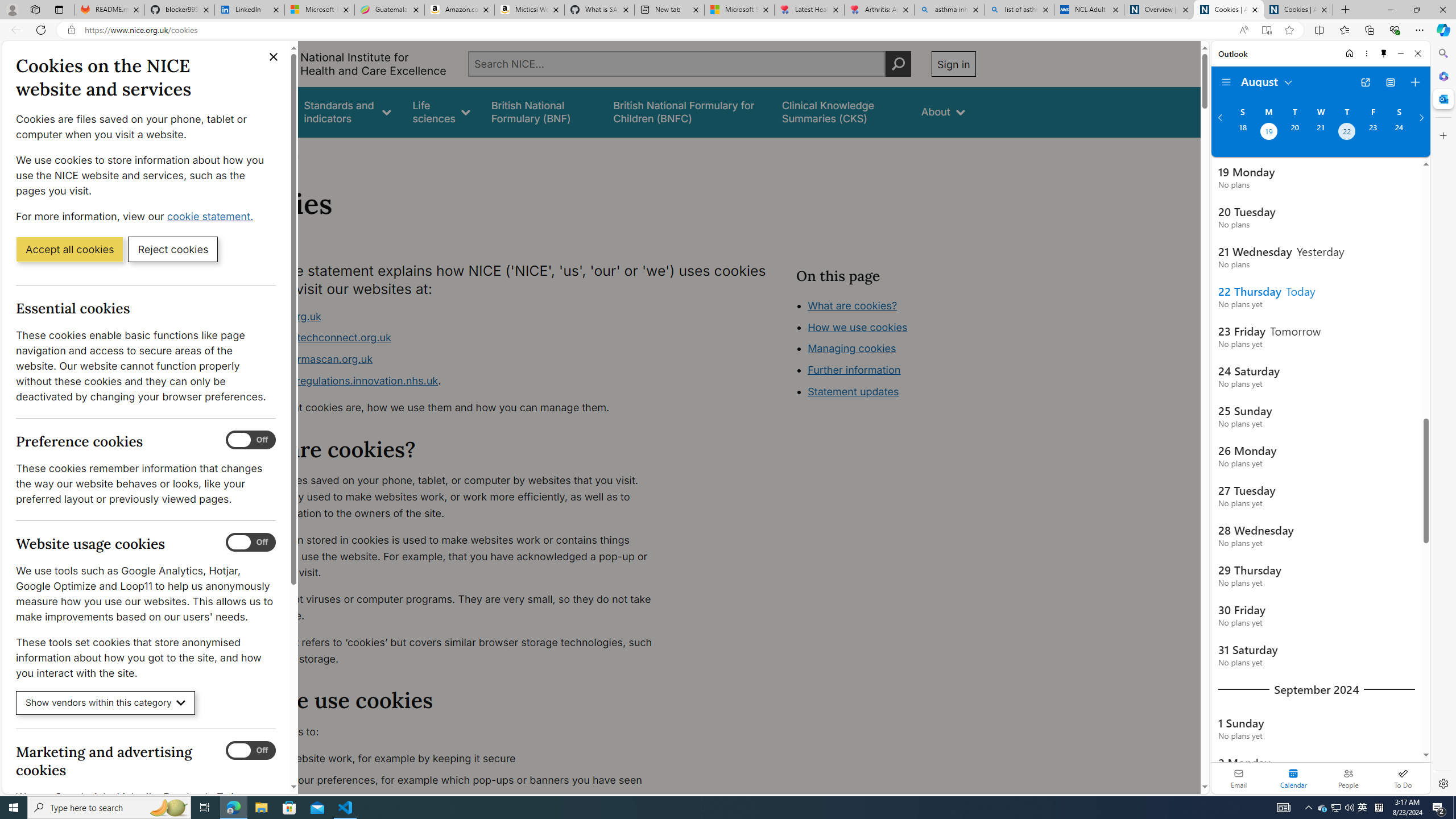  I want to click on 'Perform search', so click(897, 63).